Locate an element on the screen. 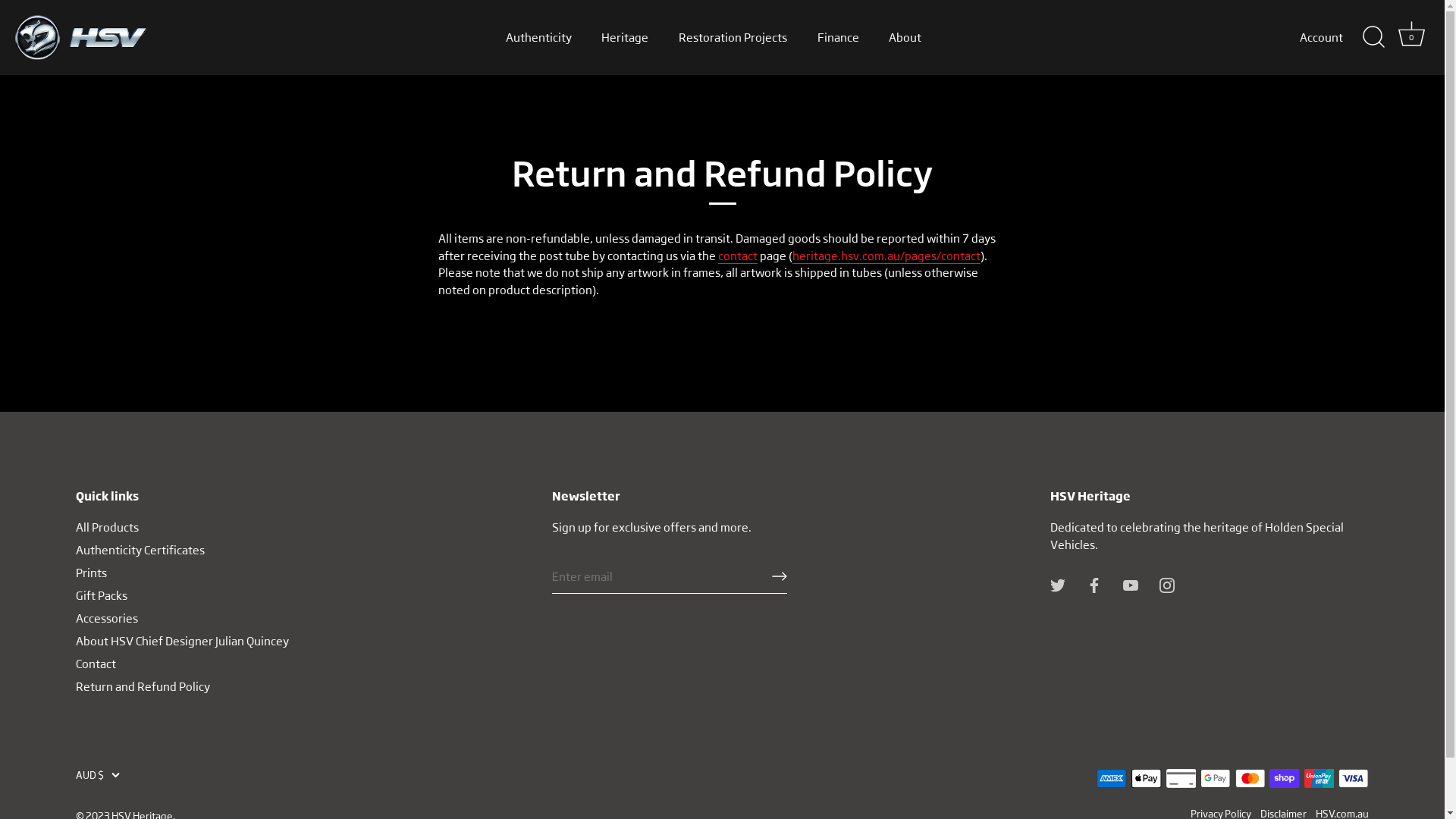  'Gift Packs' is located at coordinates (101, 594).